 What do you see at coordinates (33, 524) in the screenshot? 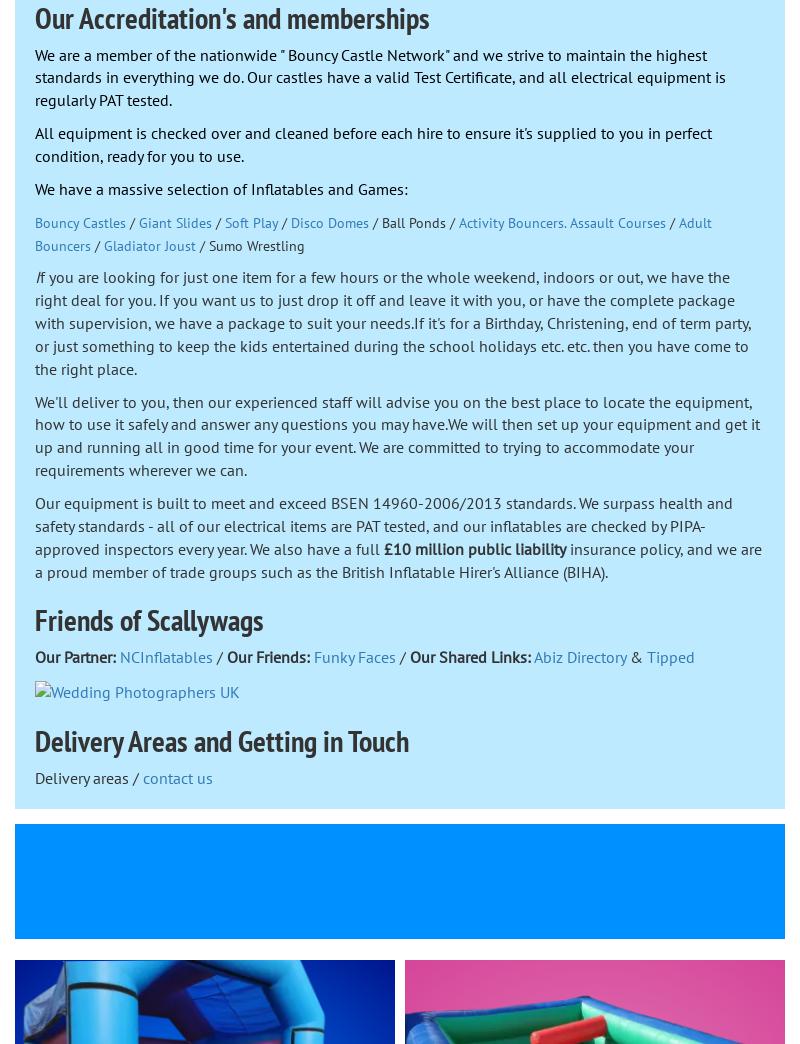
I see `'Our equipment is built to meet and exceed BSEN 14960-2006/2013 standards. We surpass health and safety standards - all of our electrical items are PAT tested, and our inflatables are checked by PIPA-approved inspectors every year. We also have a full'` at bounding box center [33, 524].